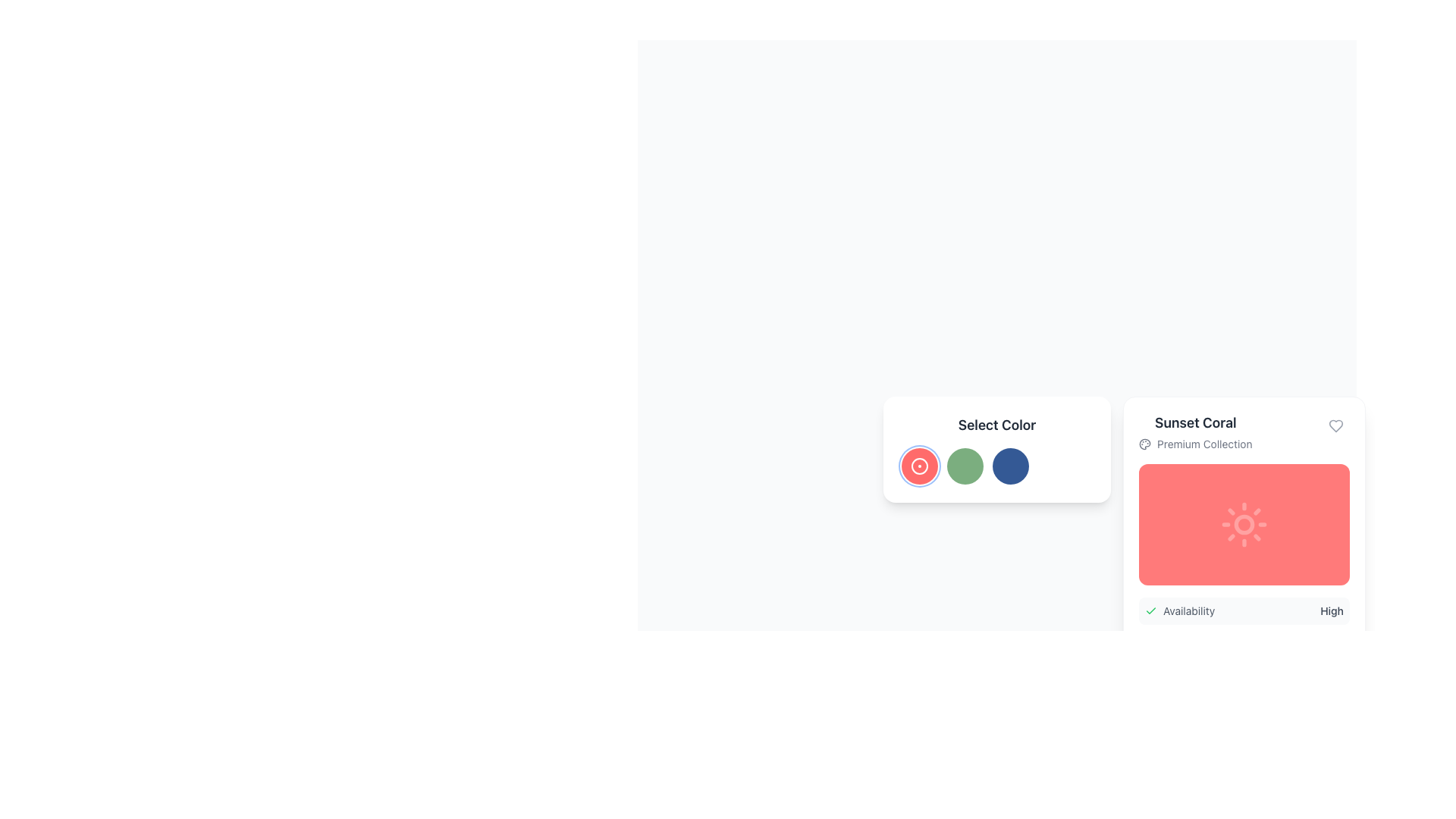 The width and height of the screenshot is (1456, 819). I want to click on the text label that indicates the purpose of the color selection options, which is centrally placed above the horizontal arrangement of colored circular buttons, so click(997, 425).